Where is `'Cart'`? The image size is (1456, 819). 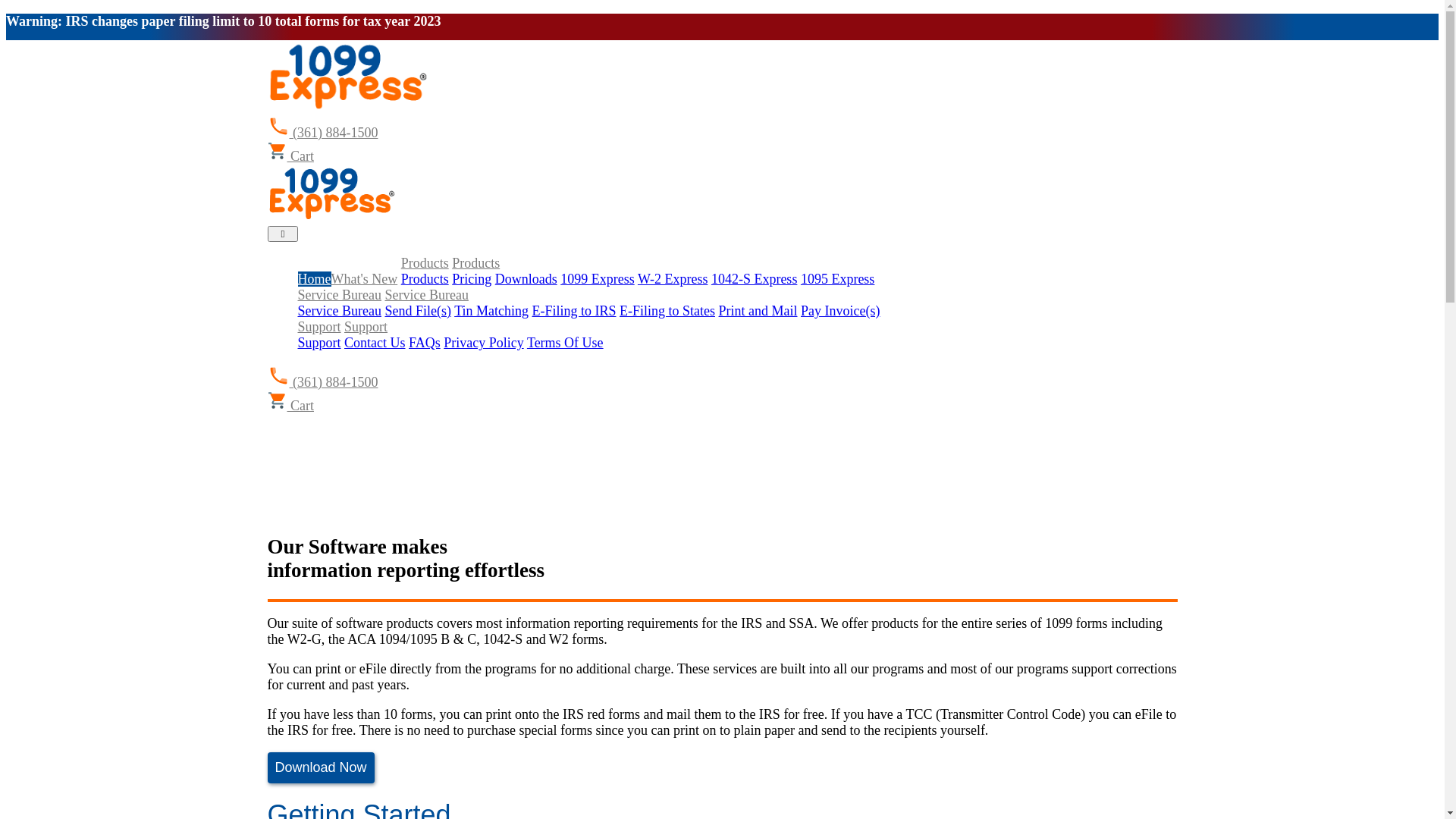 'Cart' is located at coordinates (290, 405).